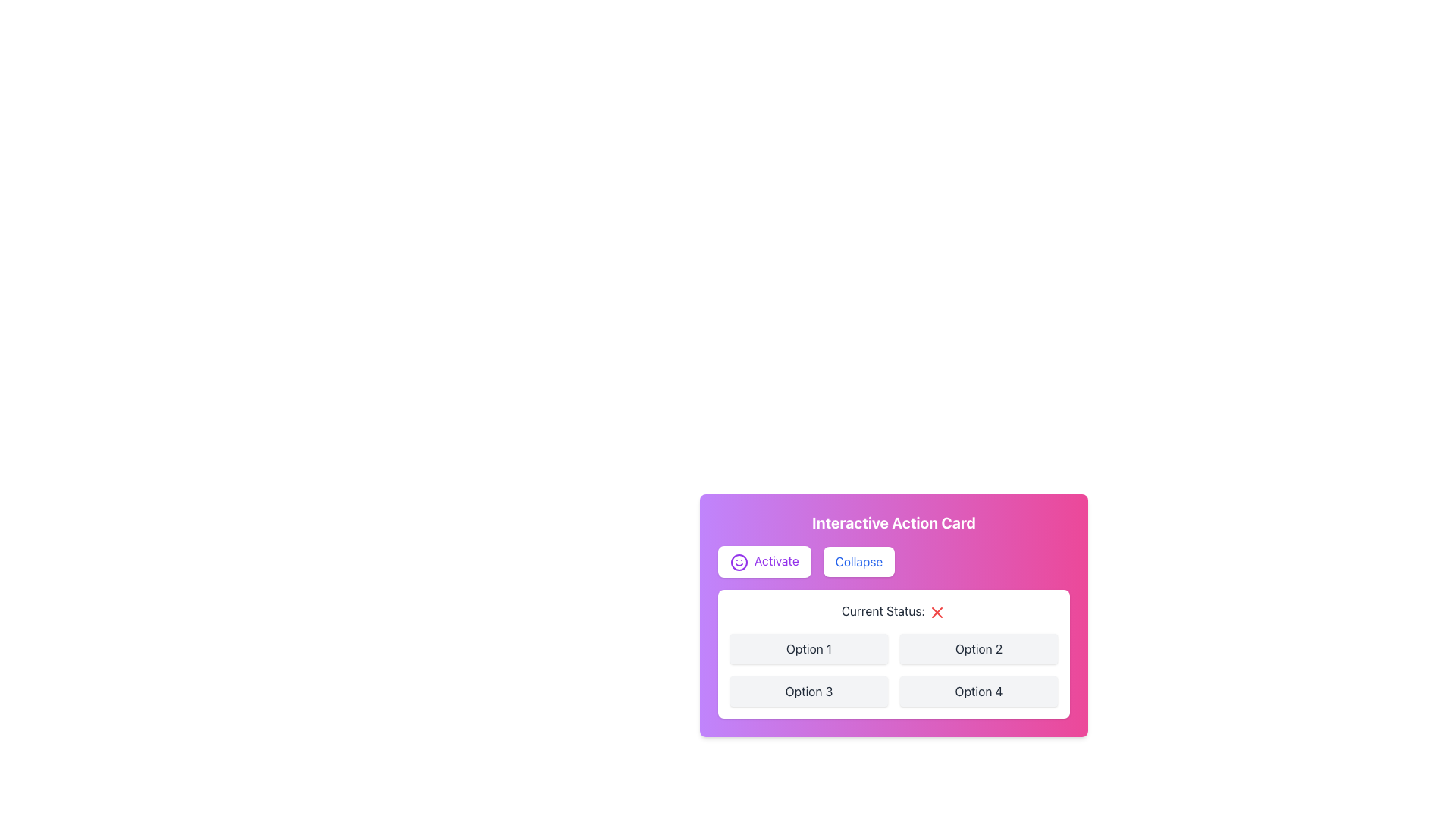  I want to click on the button labeled 'Option 4' located in the bottom-right corner of the grid layout, so click(979, 690).